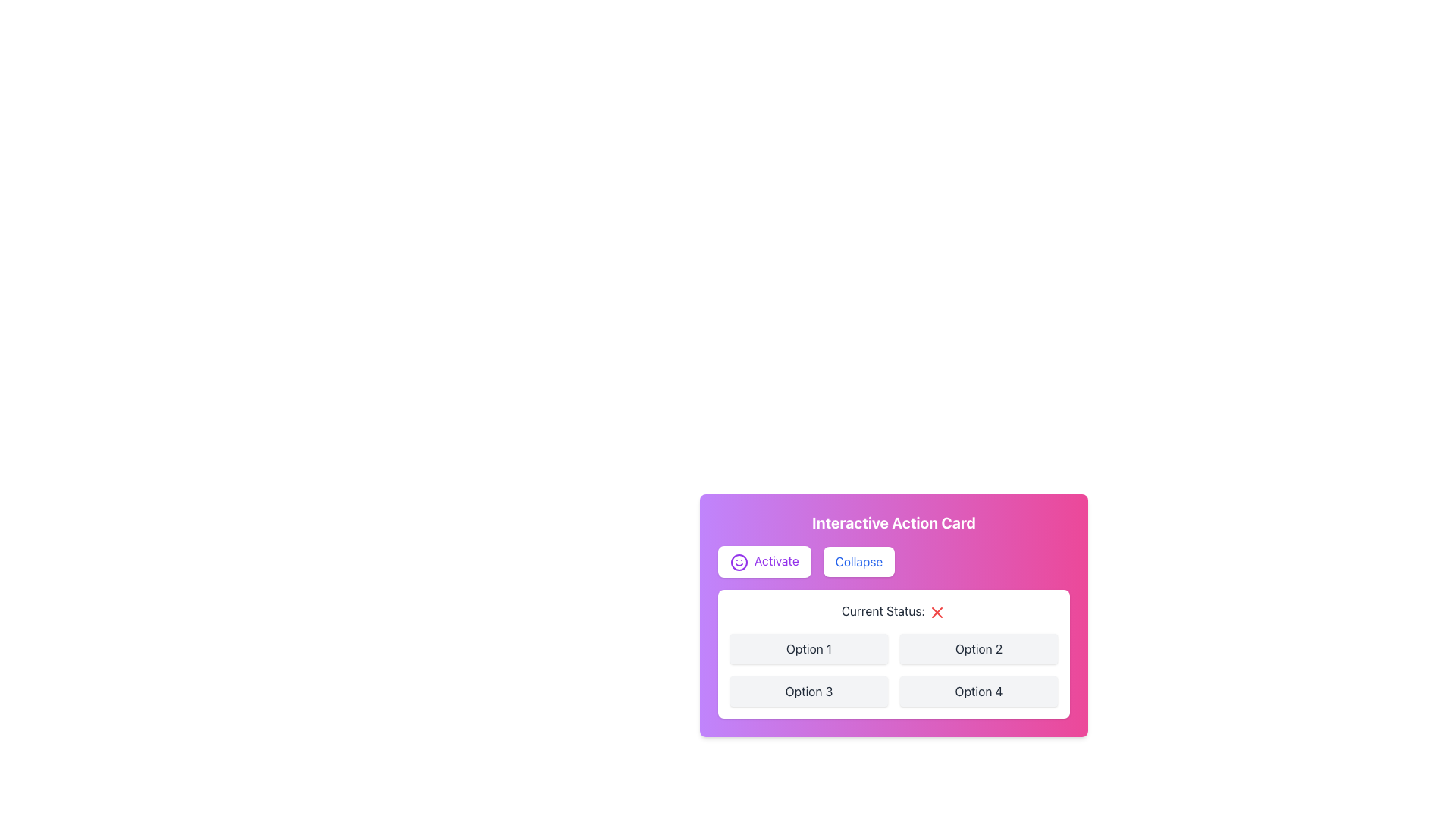  I want to click on the button labeled 'Option 4' located in the bottom-right corner of the grid layout, so click(979, 690).